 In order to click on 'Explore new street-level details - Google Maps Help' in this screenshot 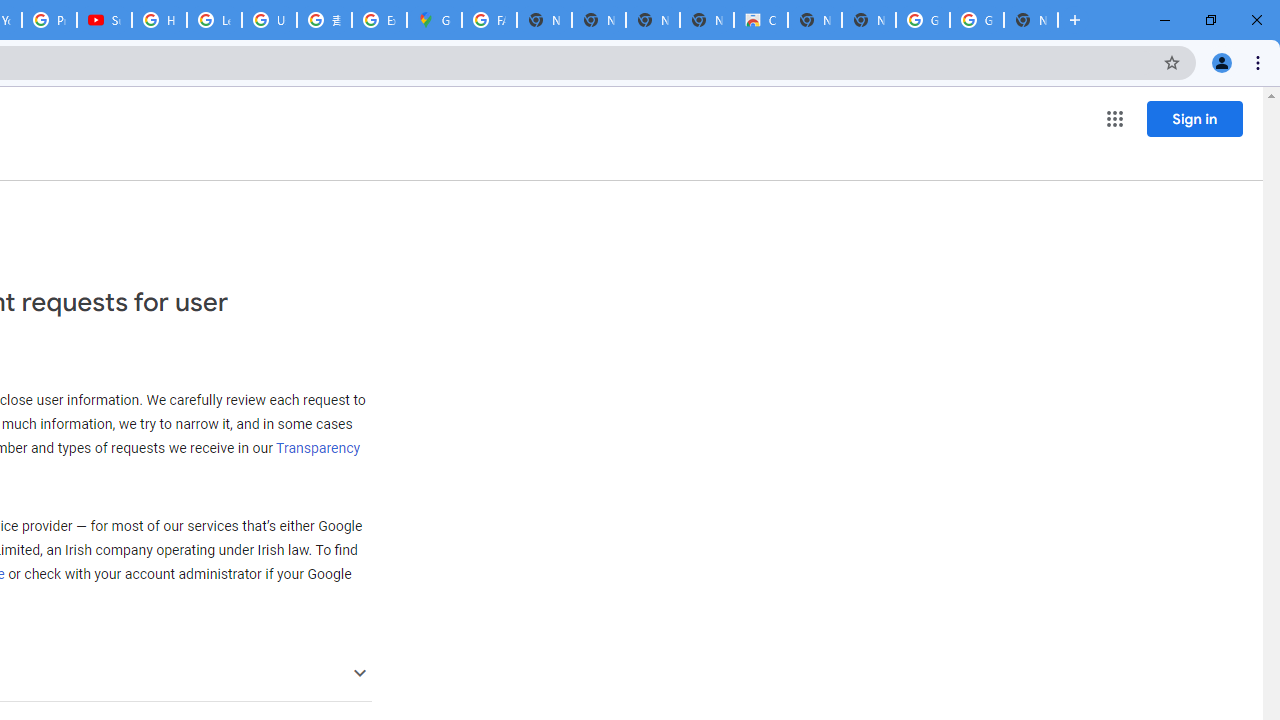, I will do `click(379, 20)`.